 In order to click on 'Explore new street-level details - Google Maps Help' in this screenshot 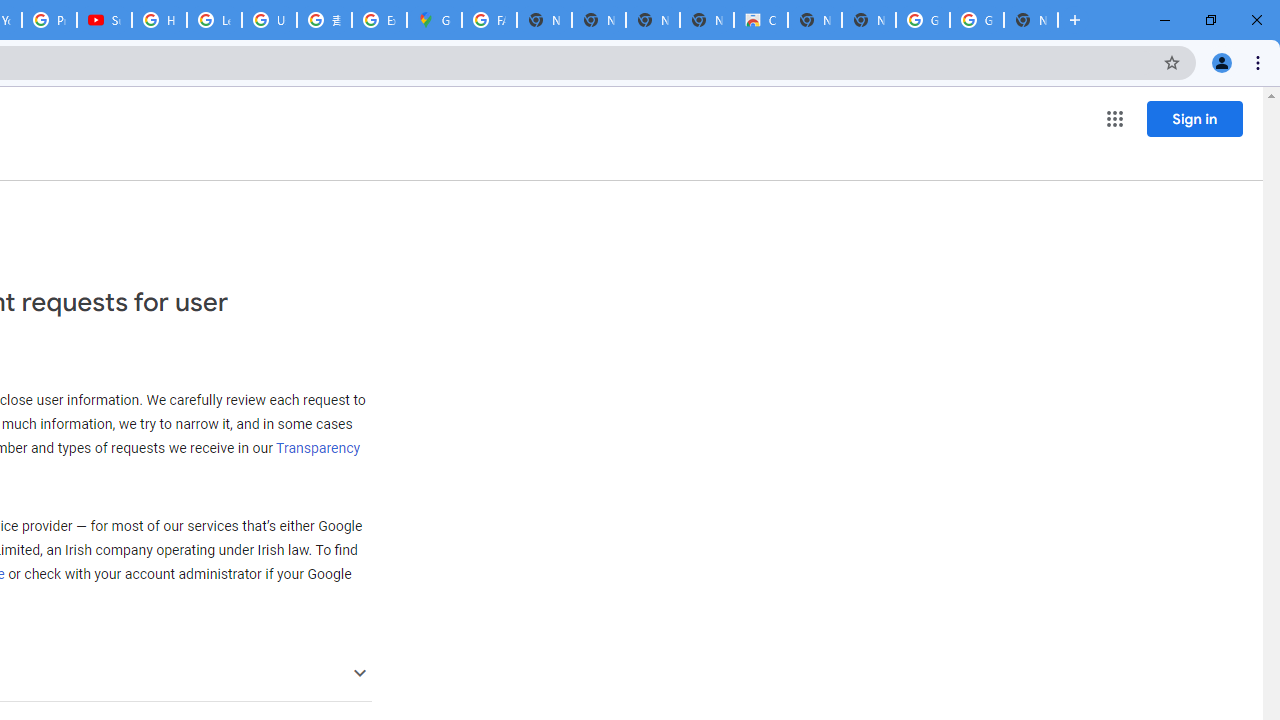, I will do `click(379, 20)`.